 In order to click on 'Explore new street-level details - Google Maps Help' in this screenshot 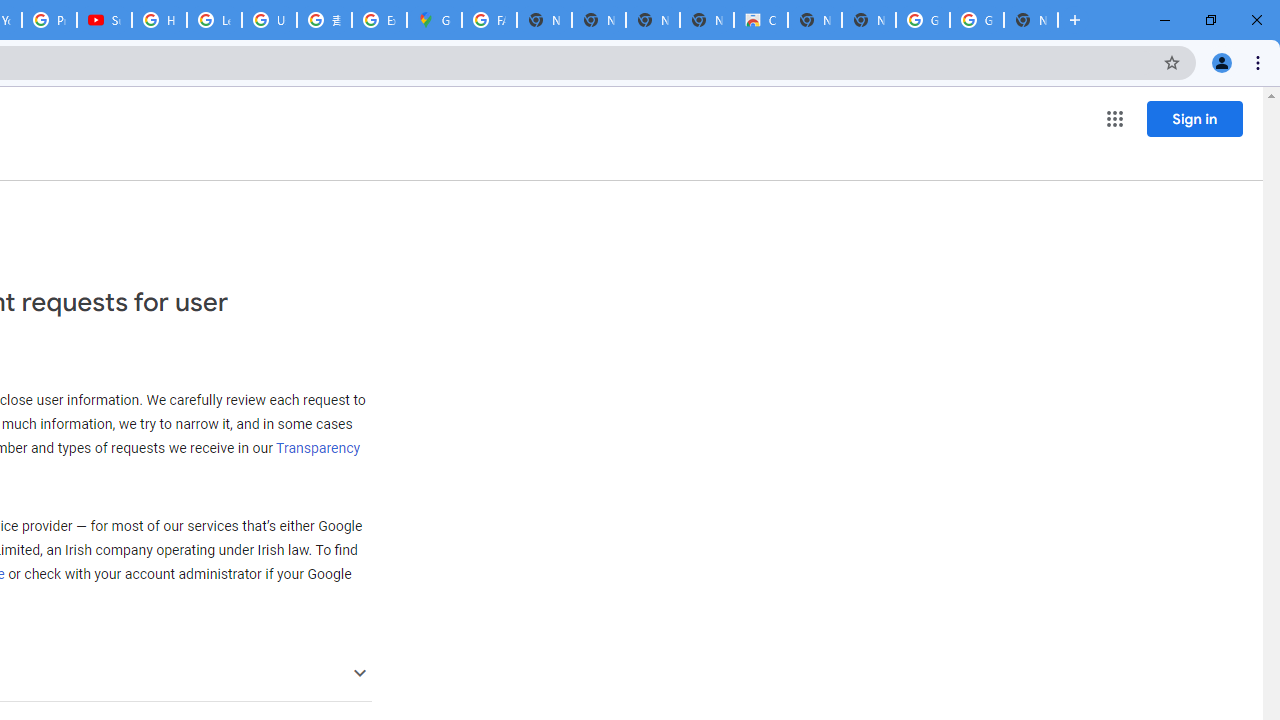, I will do `click(379, 20)`.